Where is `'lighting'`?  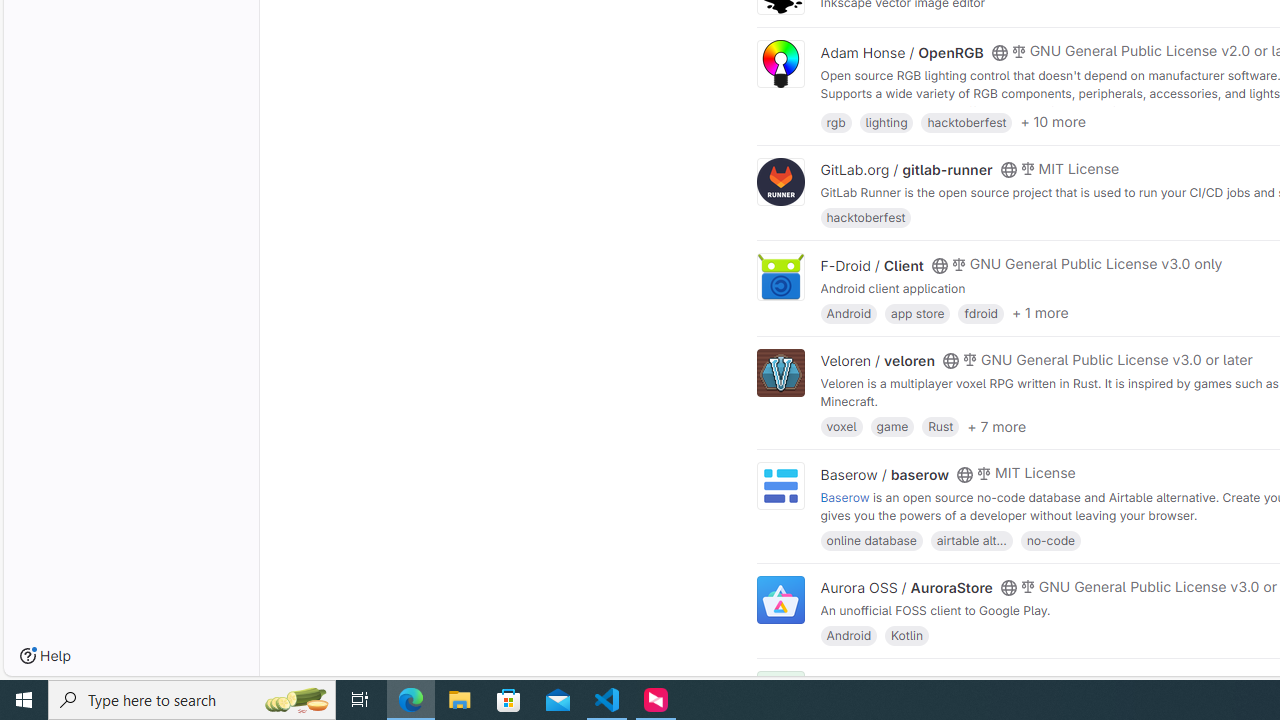 'lighting' is located at coordinates (885, 121).